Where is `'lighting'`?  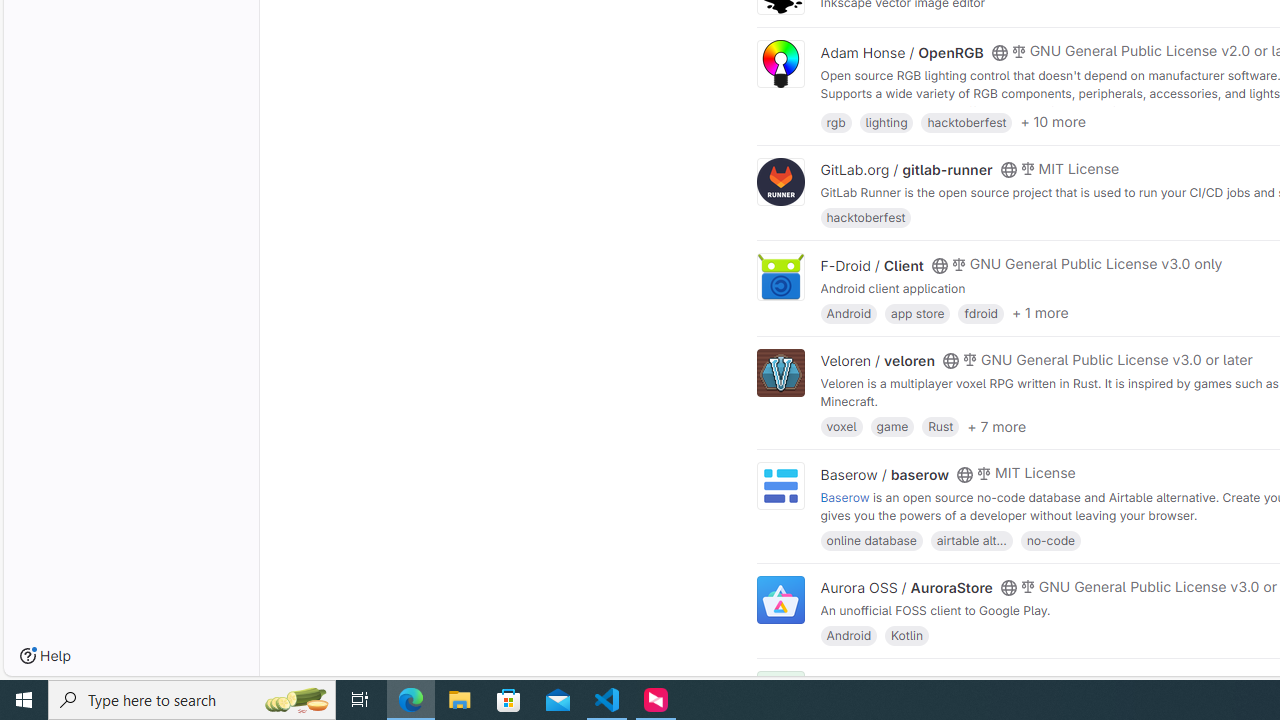 'lighting' is located at coordinates (885, 121).